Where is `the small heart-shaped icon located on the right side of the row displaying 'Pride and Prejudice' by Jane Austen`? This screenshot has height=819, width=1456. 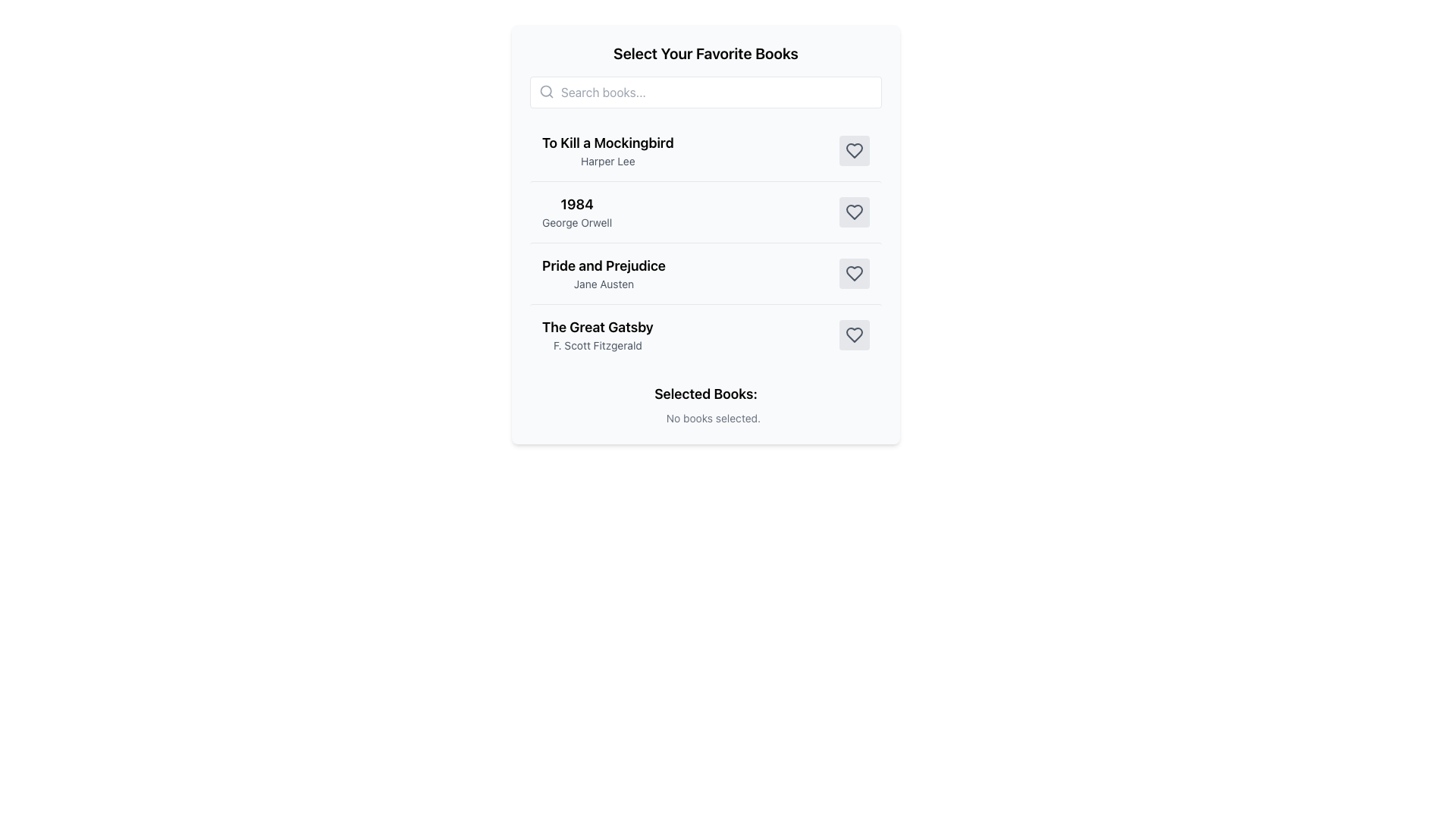
the small heart-shaped icon located on the right side of the row displaying 'Pride and Prejudice' by Jane Austen is located at coordinates (855, 274).